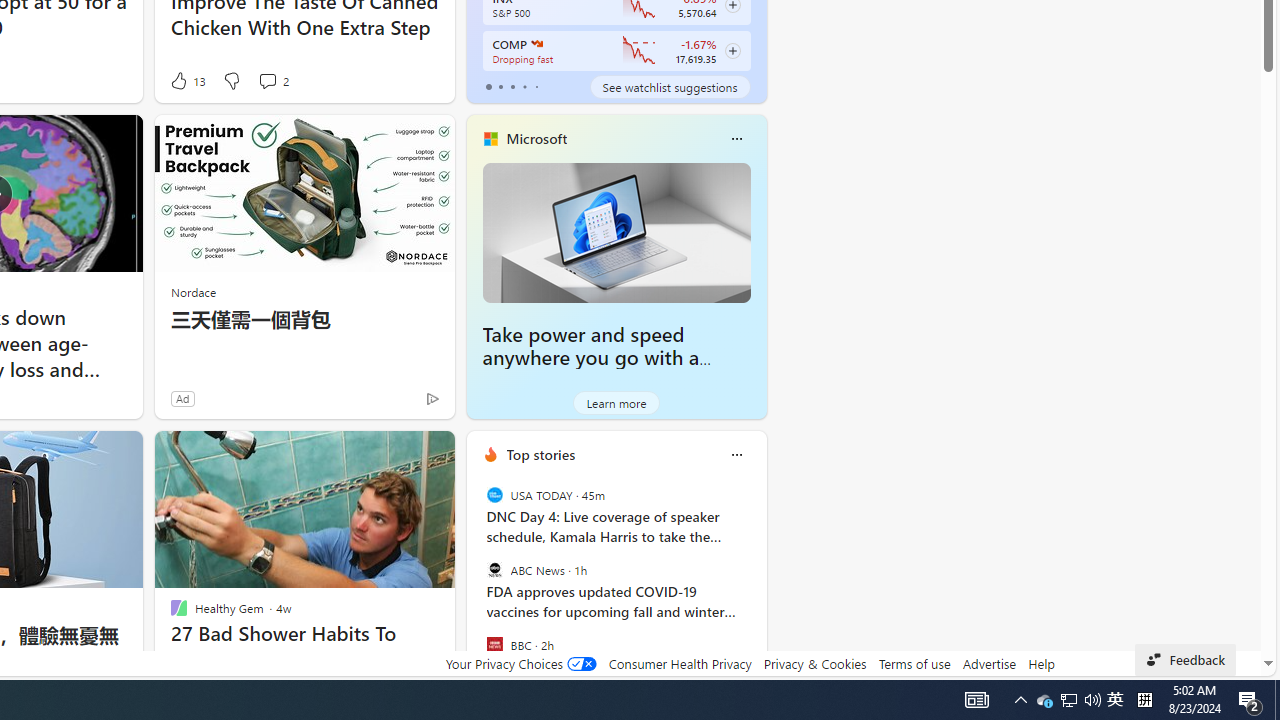  I want to click on 'USA TODAY', so click(494, 495).